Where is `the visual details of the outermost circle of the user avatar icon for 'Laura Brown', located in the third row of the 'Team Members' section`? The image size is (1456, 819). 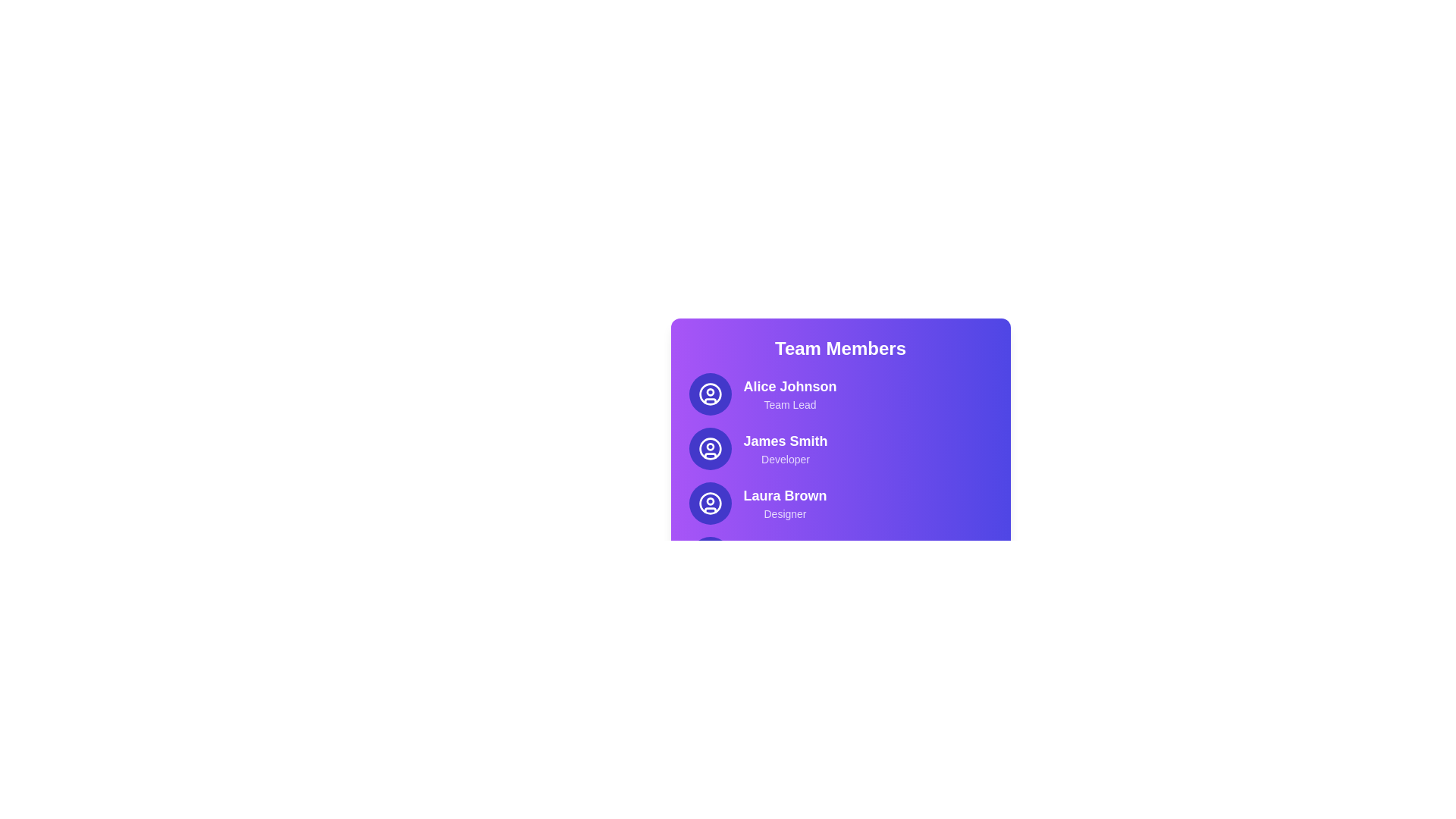 the visual details of the outermost circle of the user avatar icon for 'Laura Brown', located in the third row of the 'Team Members' section is located at coordinates (709, 503).